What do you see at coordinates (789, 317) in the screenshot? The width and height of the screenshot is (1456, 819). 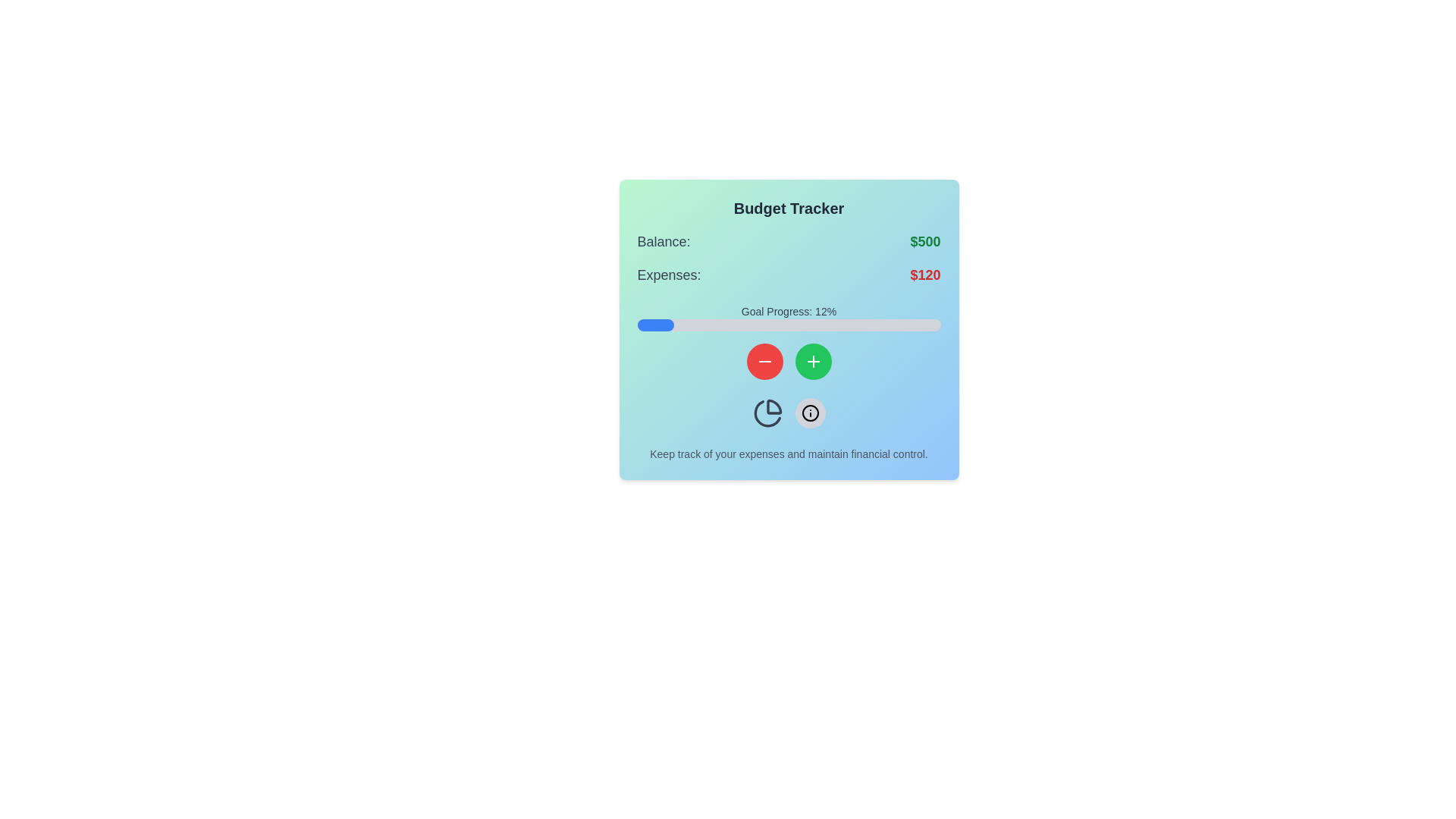 I see `the Progress Indicator with Label in the Budget Tracker card, which visually represents the progress toward a goal with a percentage displayed as text` at bounding box center [789, 317].